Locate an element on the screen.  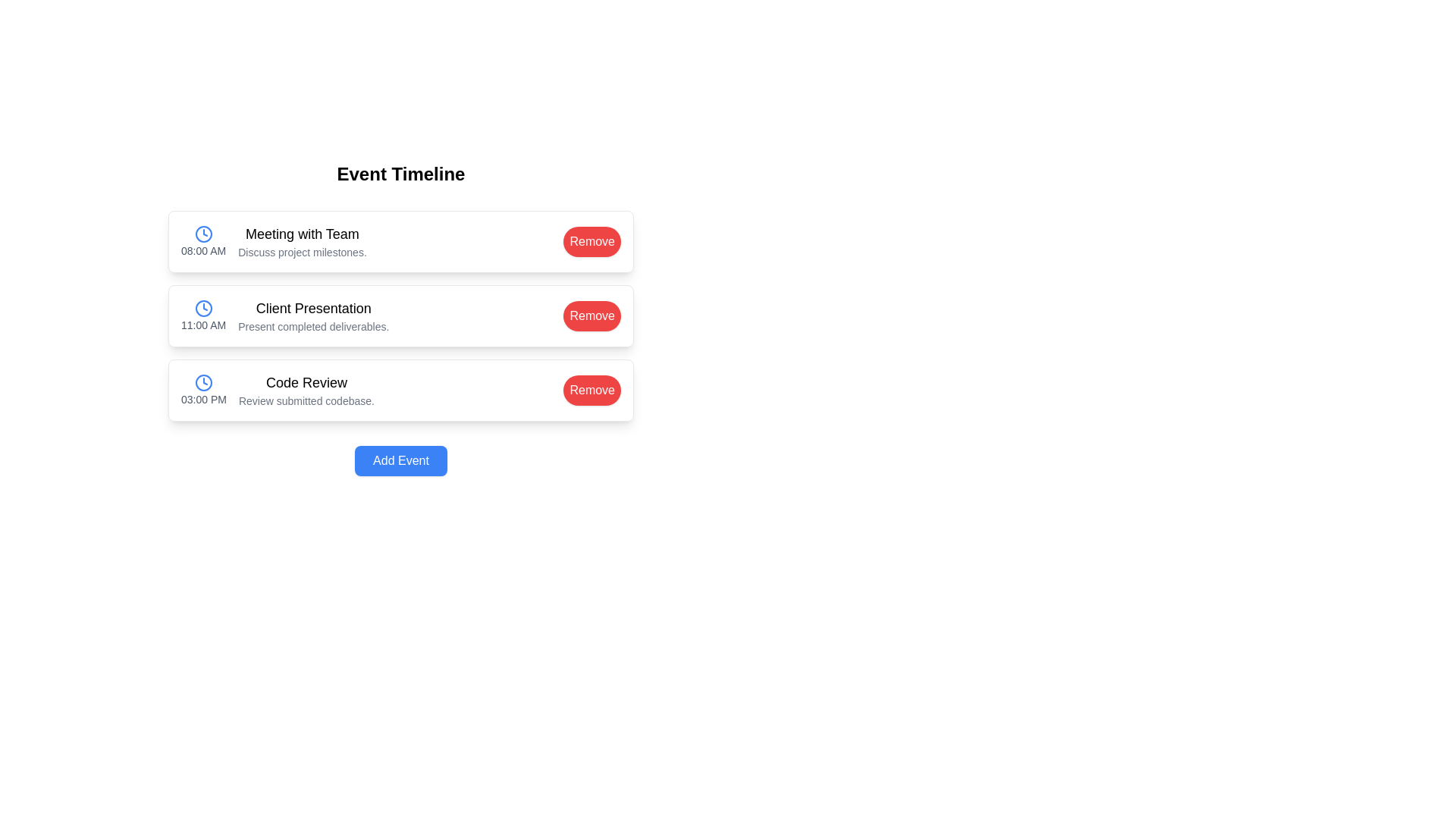
the static text element reading 'Present completed deliverables.' which is styled in a smaller, lighter gray font and is located within the 'Client Presentation' event entry, directly below the title 'Client Presentation' is located at coordinates (312, 326).